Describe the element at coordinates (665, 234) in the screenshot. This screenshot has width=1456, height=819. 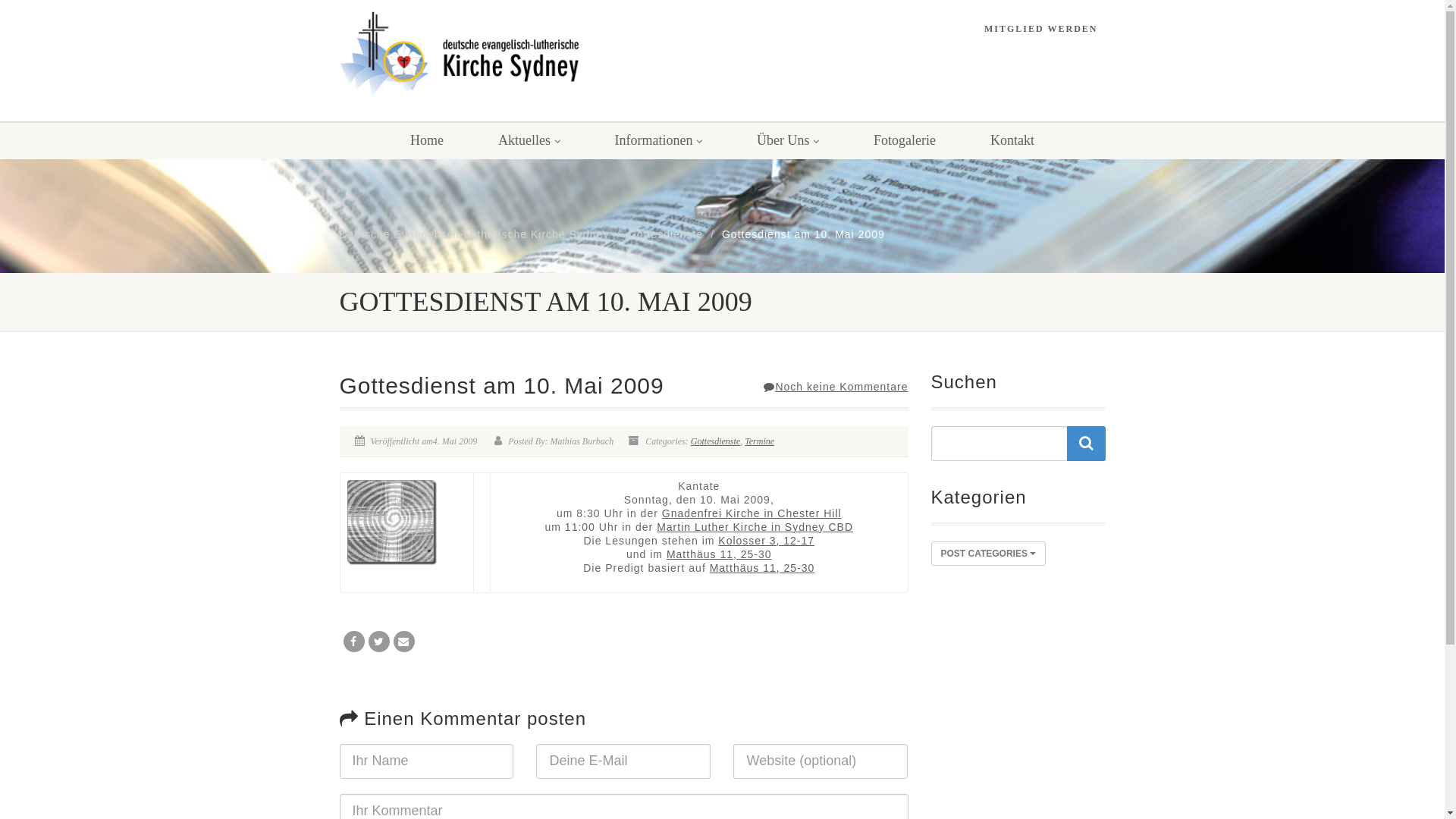
I see `'Gottesdienste'` at that location.